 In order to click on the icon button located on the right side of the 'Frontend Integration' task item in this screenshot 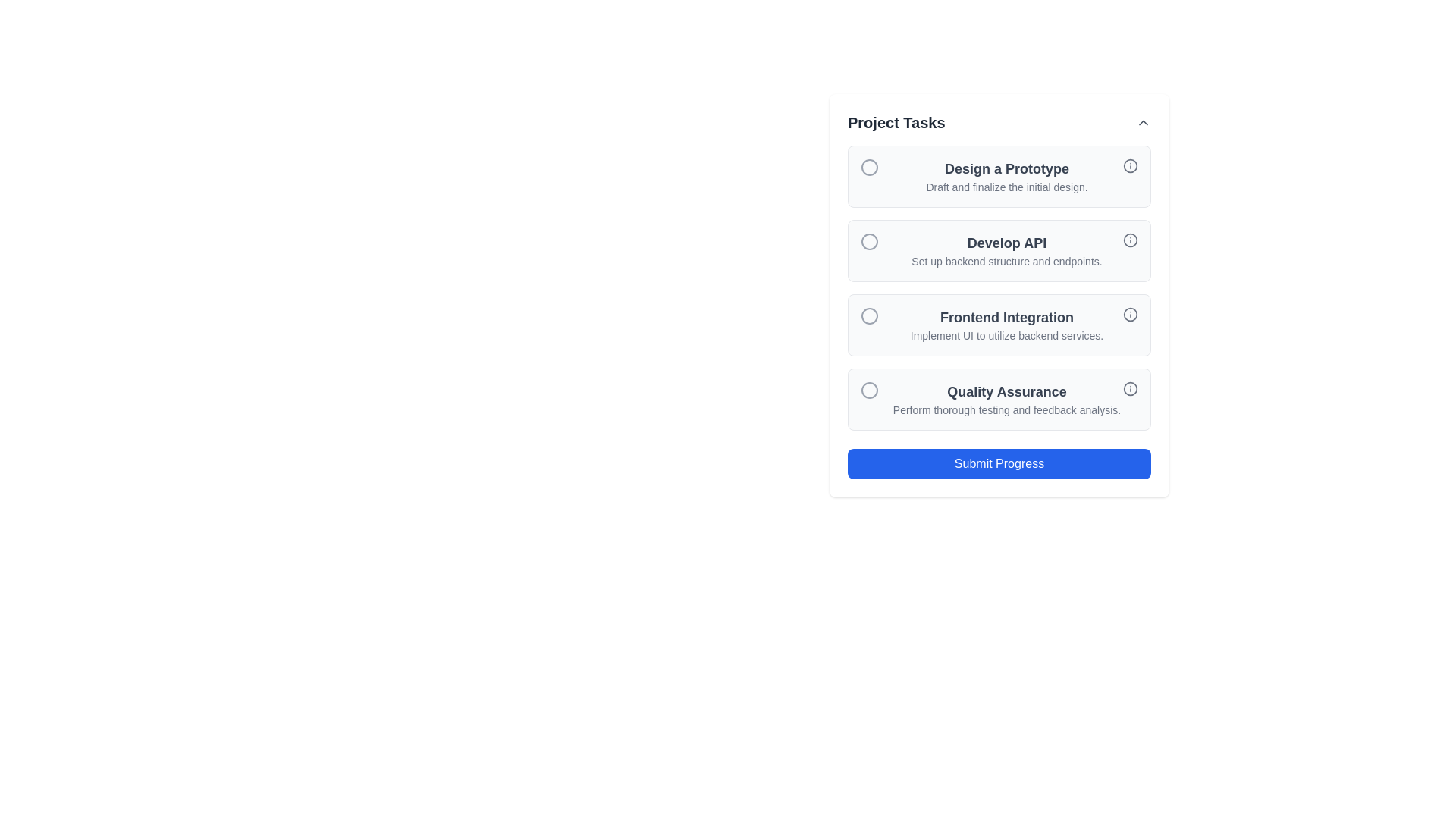, I will do `click(1131, 314)`.